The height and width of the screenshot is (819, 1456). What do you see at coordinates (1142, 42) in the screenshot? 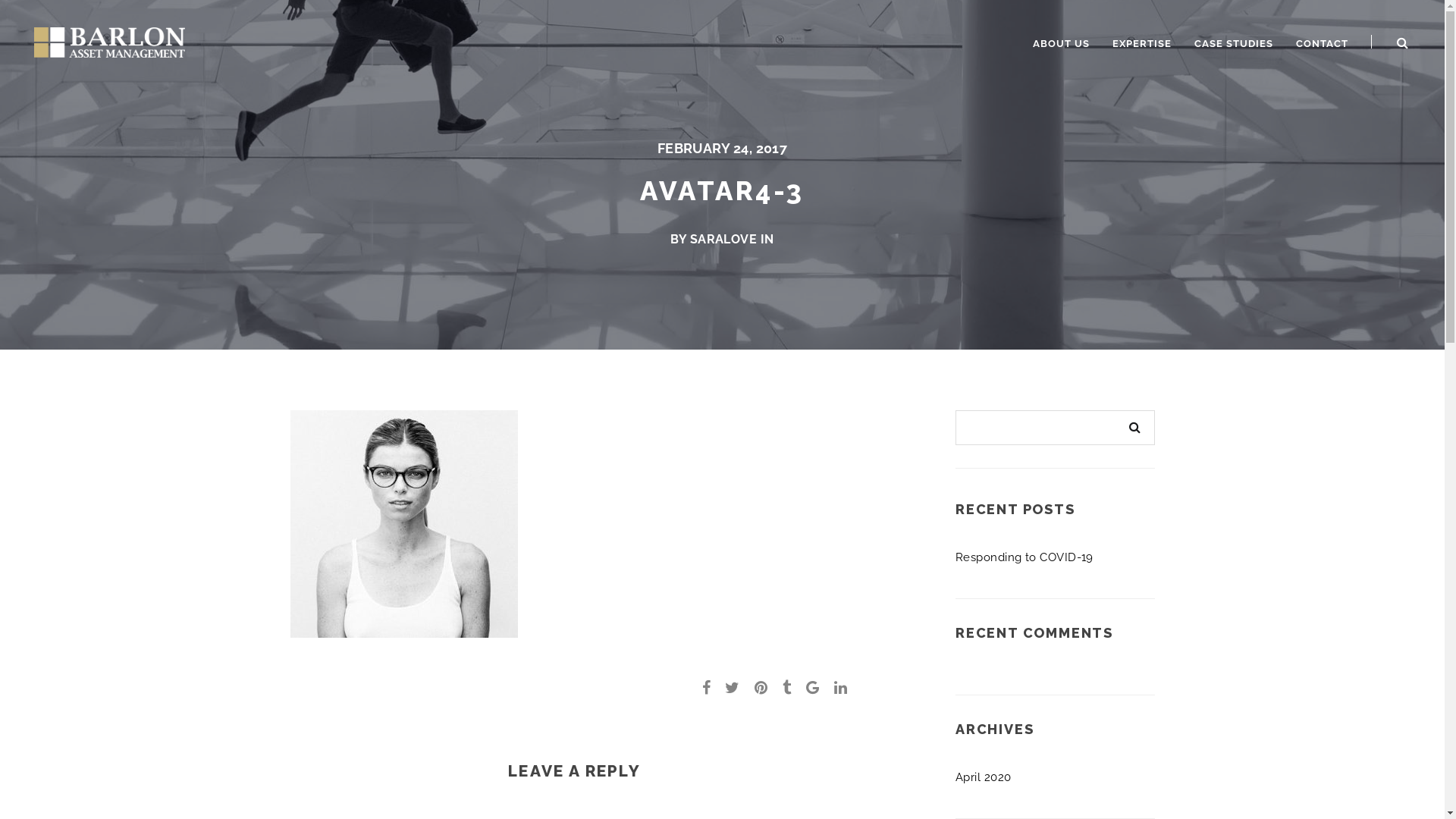
I see `'EXPERTISE'` at bounding box center [1142, 42].